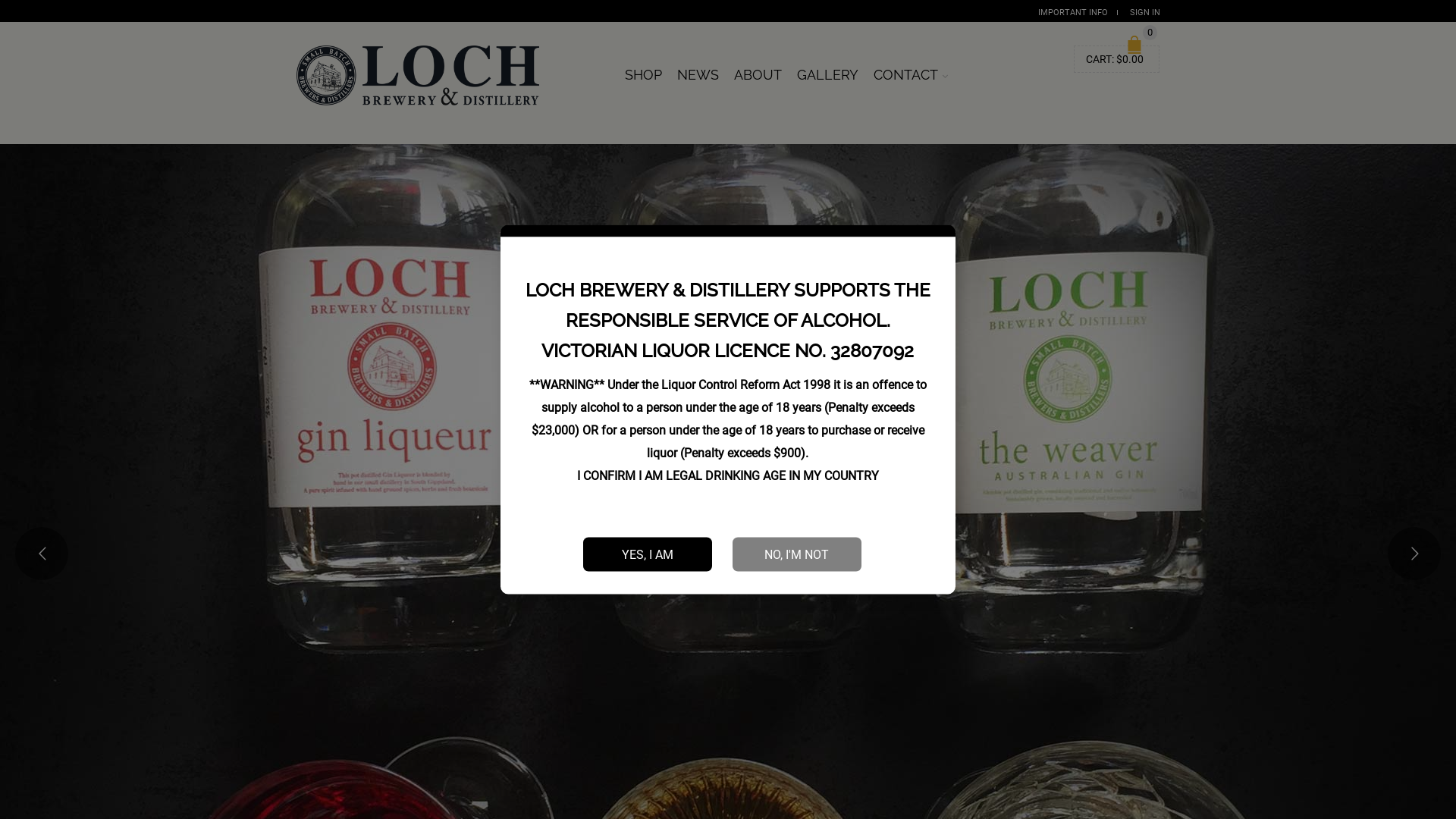  What do you see at coordinates (910, 75) in the screenshot?
I see `'CONTACT'` at bounding box center [910, 75].